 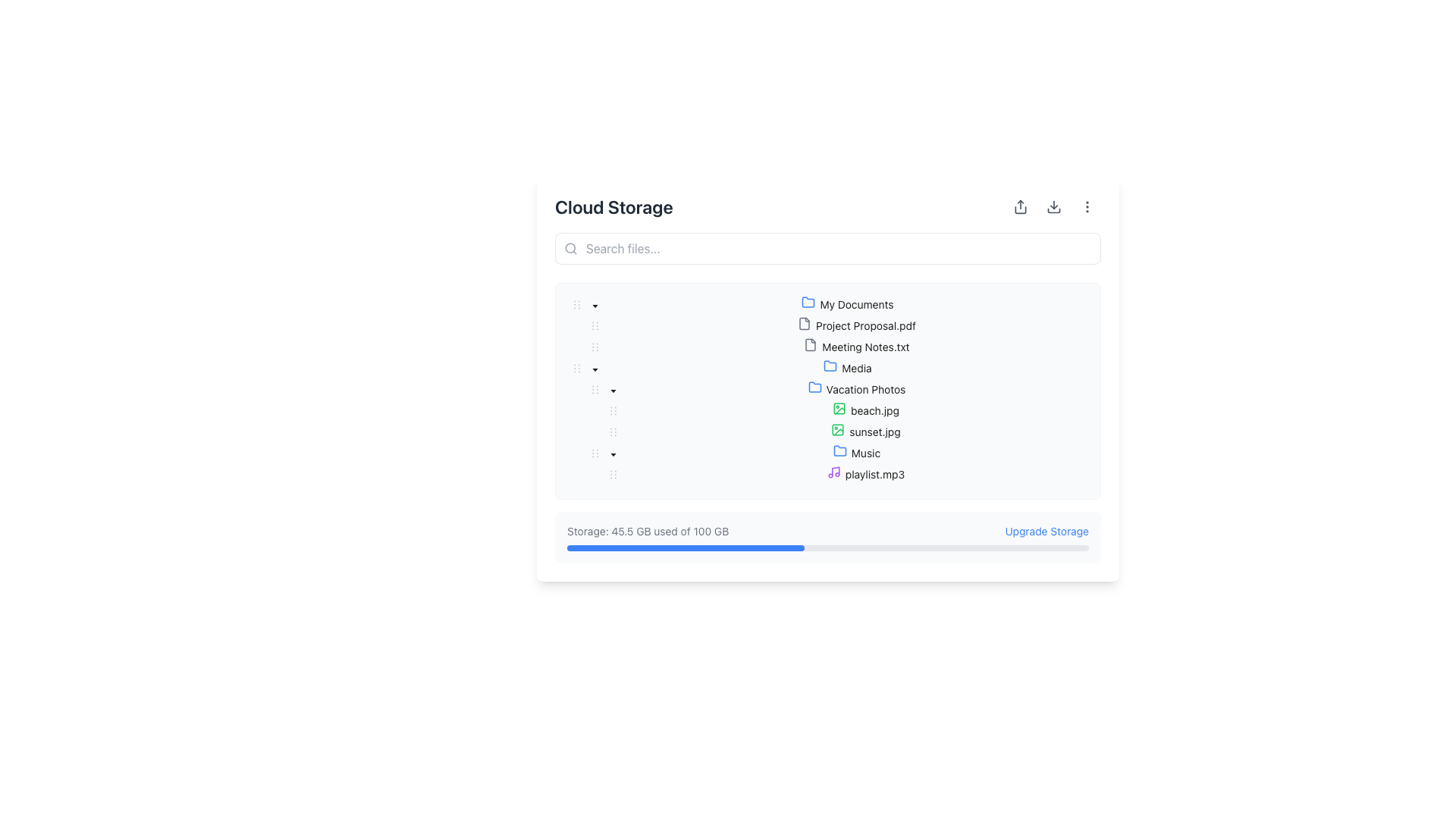 I want to click on the text label displaying 'Meeting Notes.txt', so click(x=856, y=347).